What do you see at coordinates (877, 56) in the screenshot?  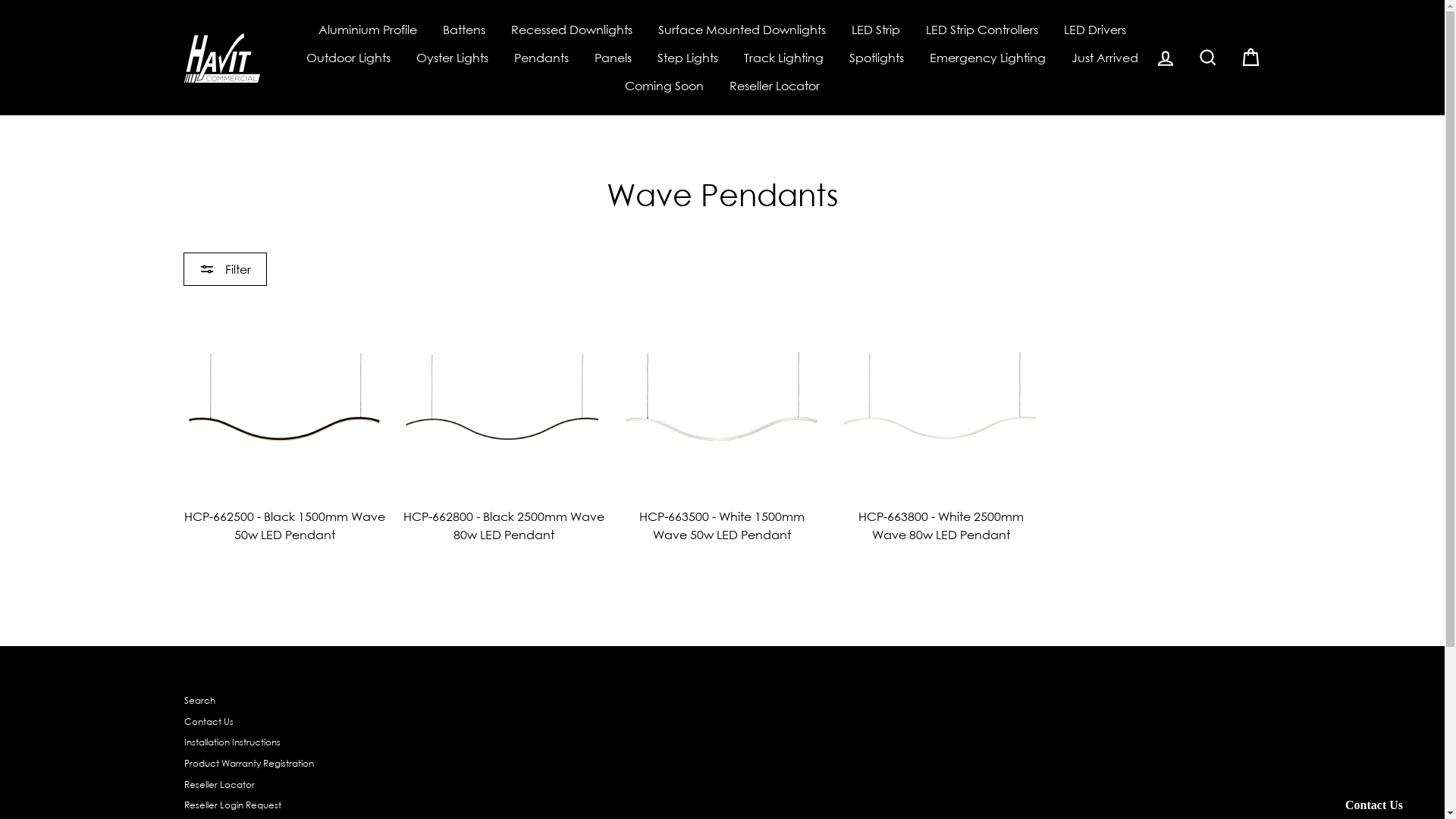 I see `'Spotlights'` at bounding box center [877, 56].